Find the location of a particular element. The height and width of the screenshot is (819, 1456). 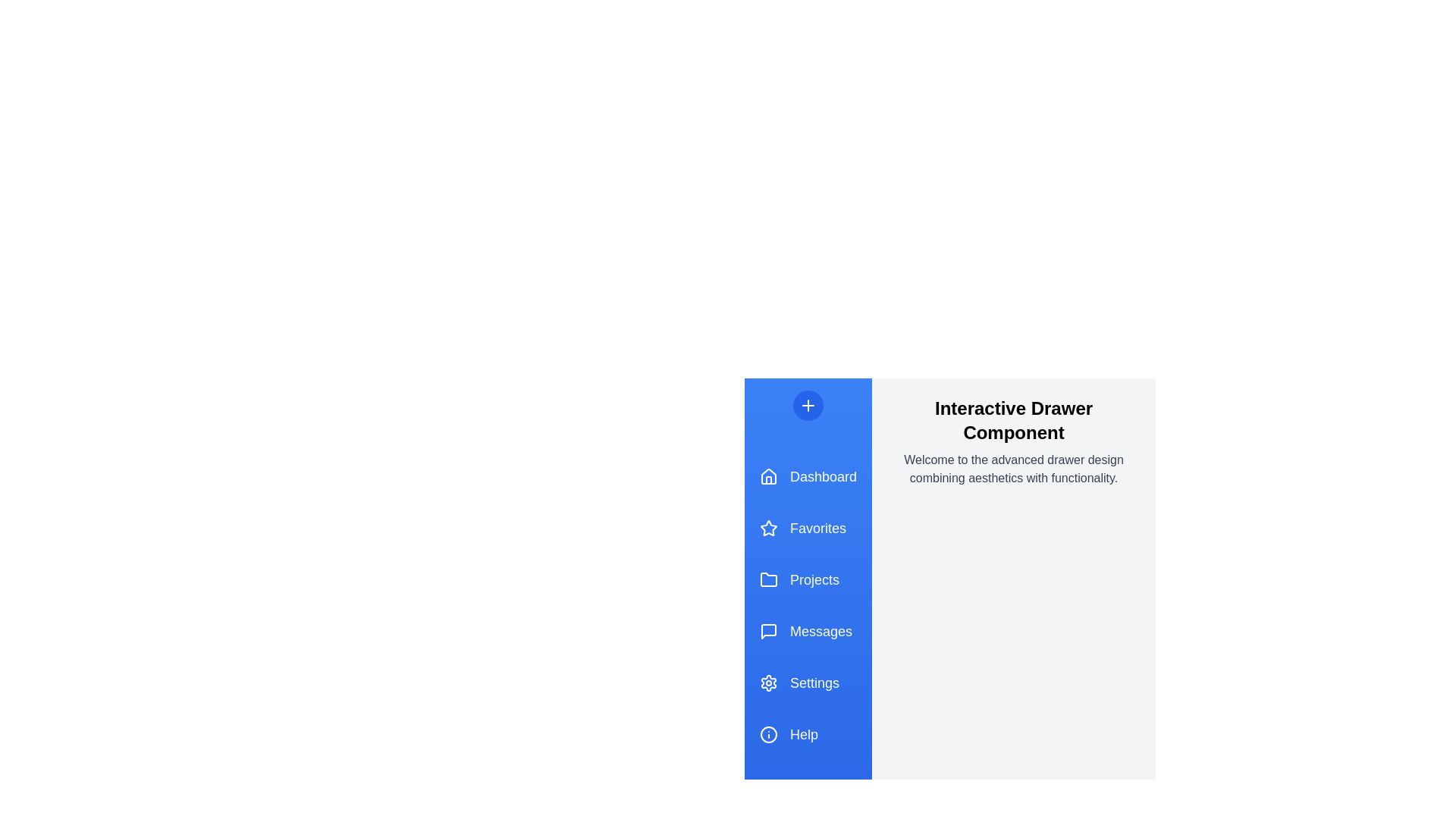

the menu item Messages is located at coordinates (807, 632).